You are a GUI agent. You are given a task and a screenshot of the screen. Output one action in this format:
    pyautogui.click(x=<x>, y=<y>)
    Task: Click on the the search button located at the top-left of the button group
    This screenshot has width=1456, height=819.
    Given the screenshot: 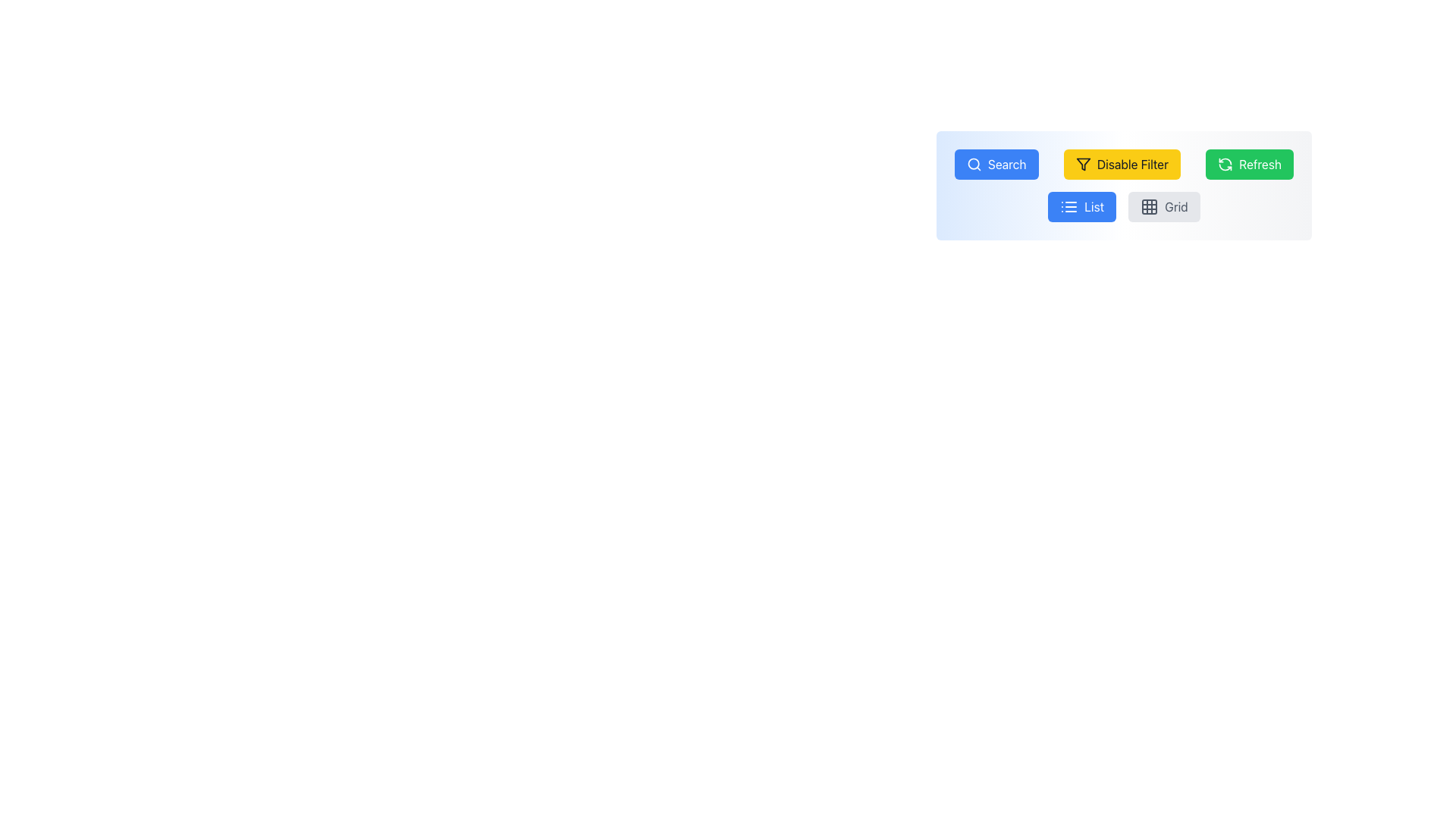 What is the action you would take?
    pyautogui.click(x=996, y=164)
    